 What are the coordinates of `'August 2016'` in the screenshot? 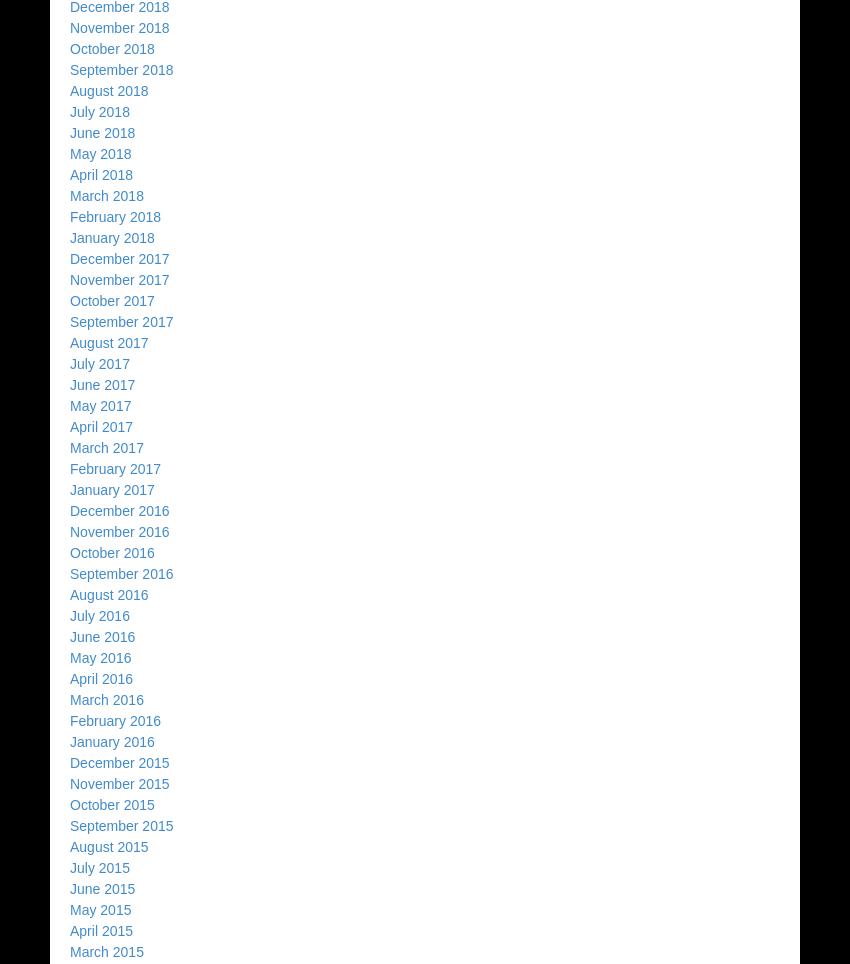 It's located at (107, 593).